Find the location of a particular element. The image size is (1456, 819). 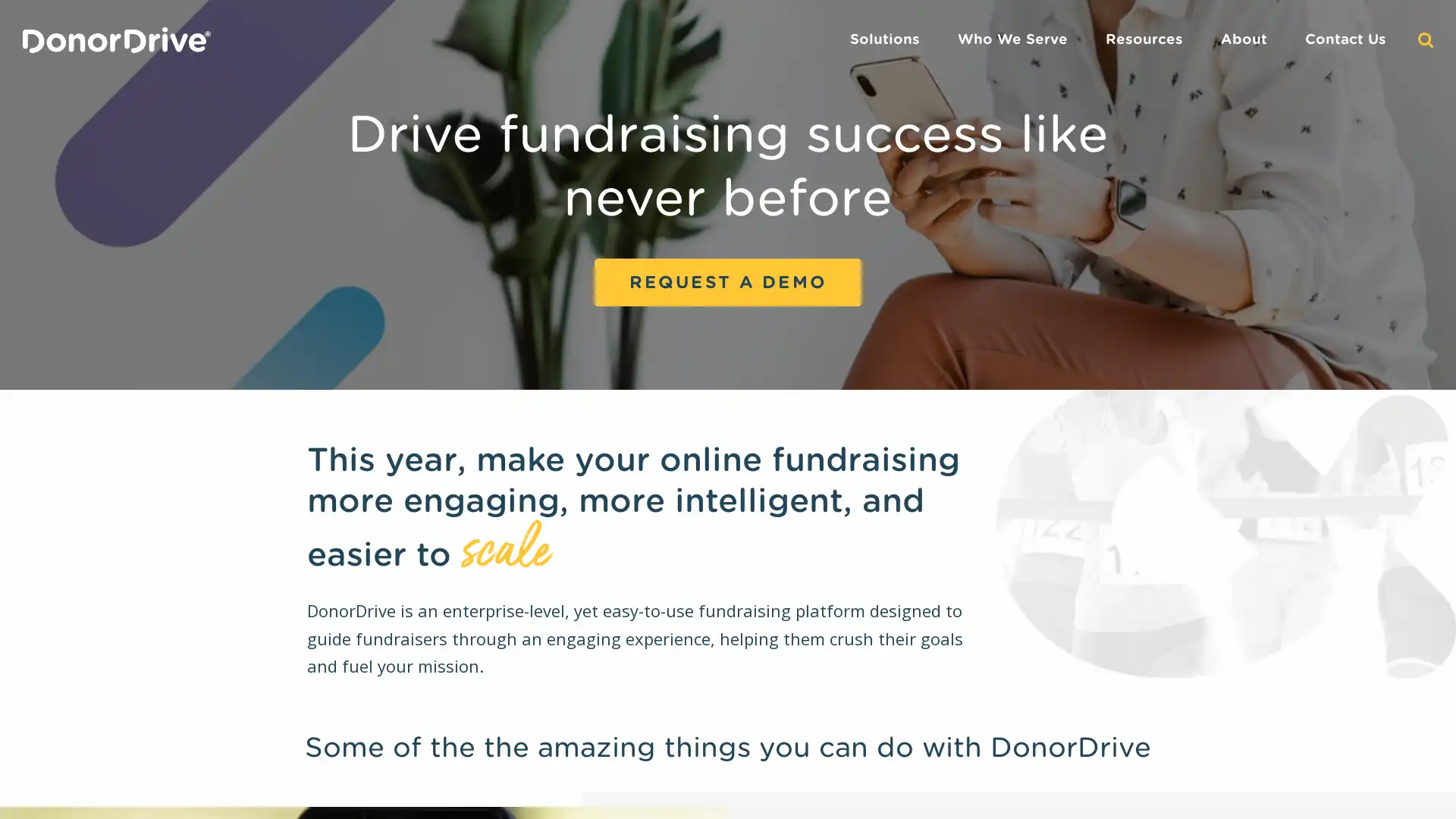

Solutions is located at coordinates (884, 38).